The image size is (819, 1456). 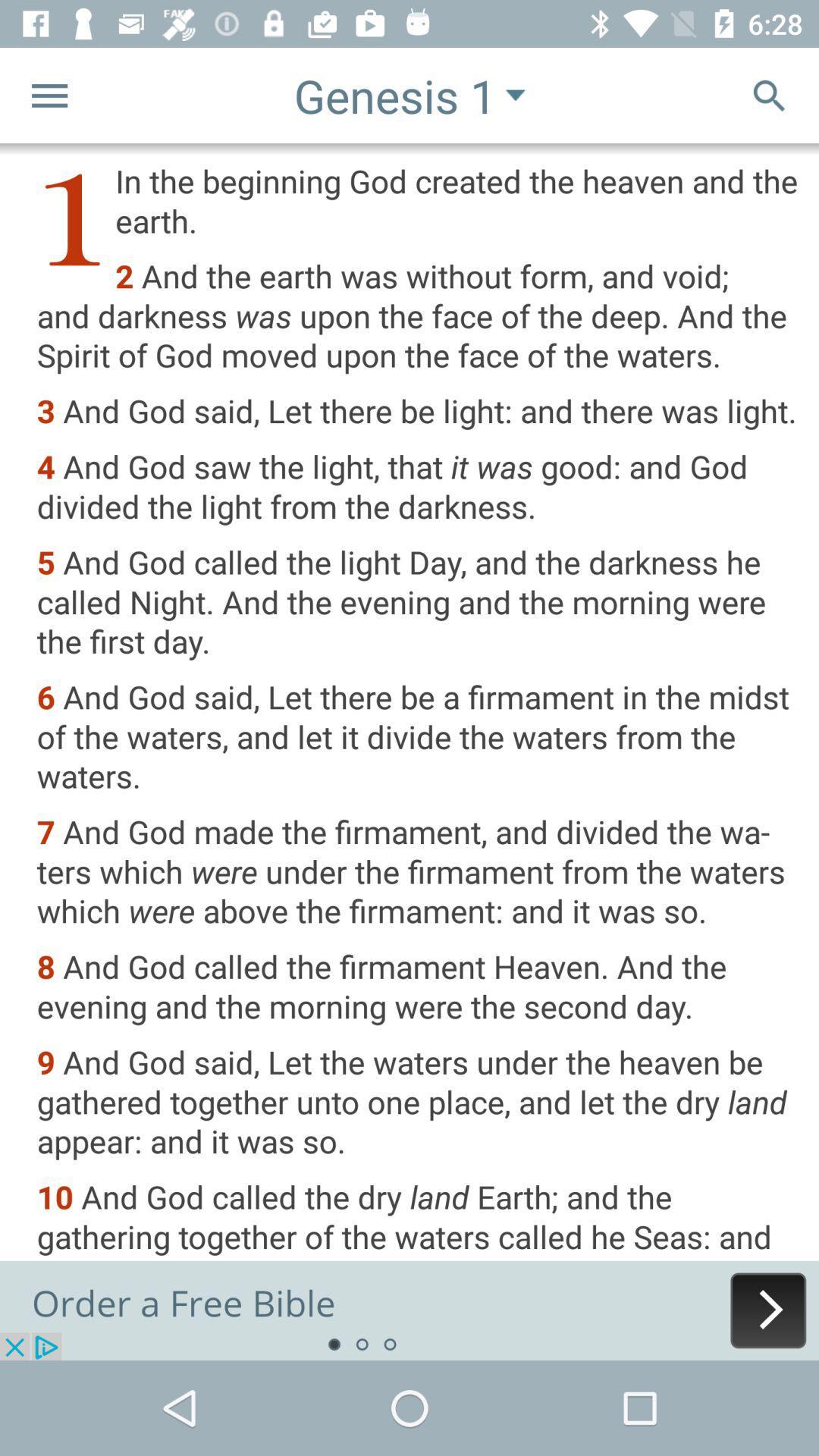 I want to click on the search icon, so click(x=769, y=94).